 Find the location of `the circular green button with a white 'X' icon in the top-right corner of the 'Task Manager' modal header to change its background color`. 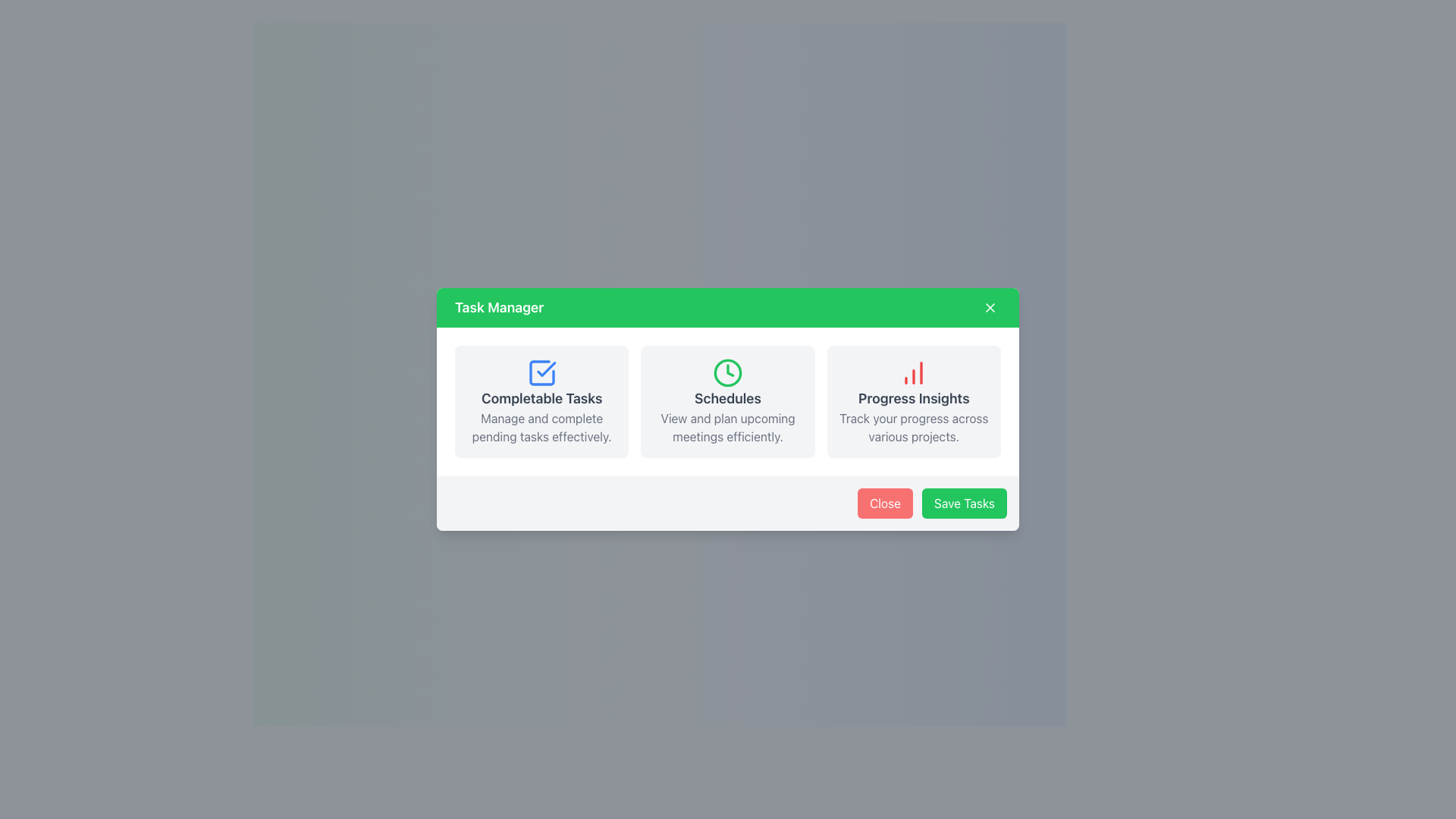

the circular green button with a white 'X' icon in the top-right corner of the 'Task Manager' modal header to change its background color is located at coordinates (990, 307).